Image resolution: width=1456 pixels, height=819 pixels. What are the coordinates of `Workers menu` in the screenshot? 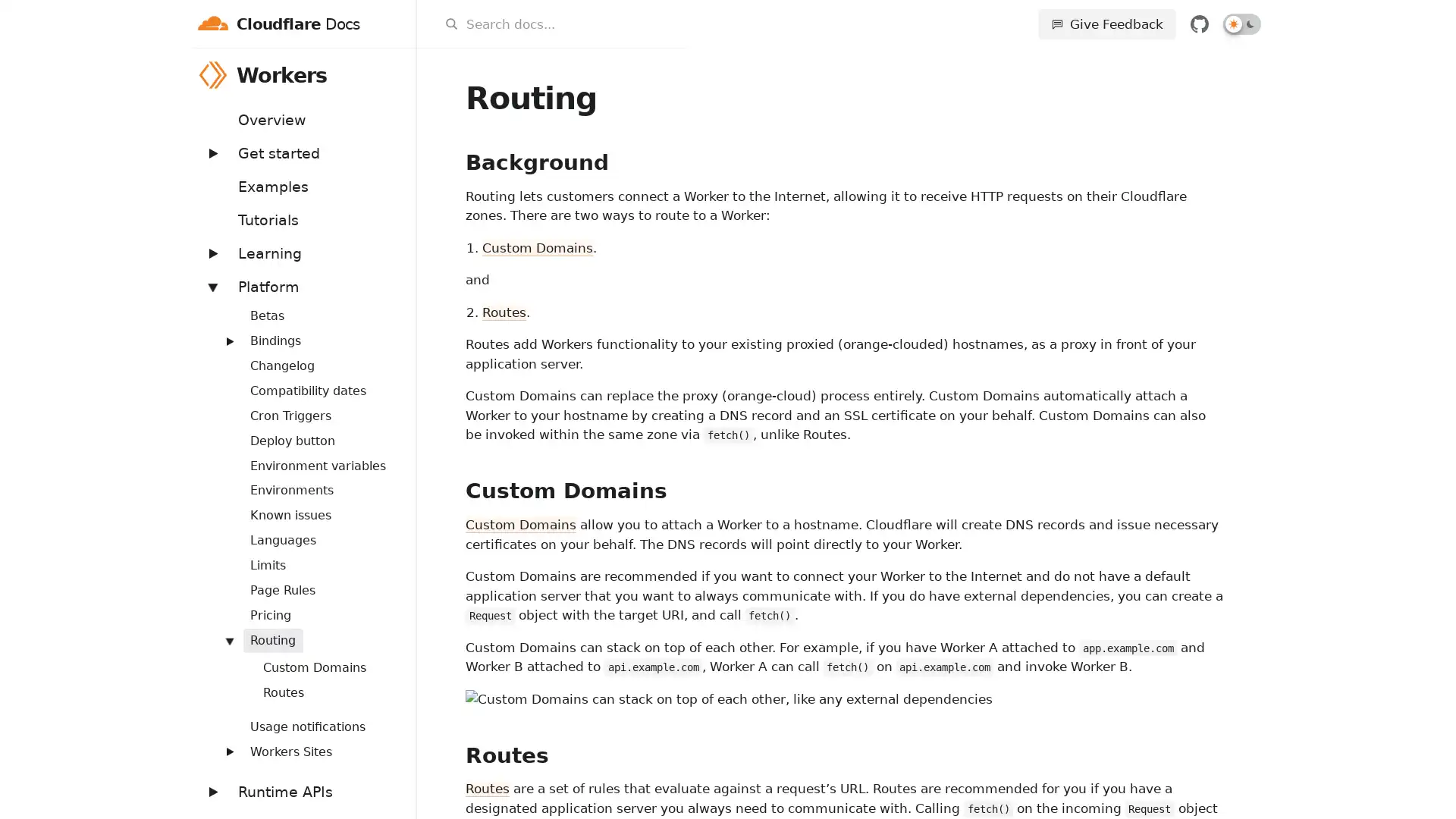 It's located at (396, 74).